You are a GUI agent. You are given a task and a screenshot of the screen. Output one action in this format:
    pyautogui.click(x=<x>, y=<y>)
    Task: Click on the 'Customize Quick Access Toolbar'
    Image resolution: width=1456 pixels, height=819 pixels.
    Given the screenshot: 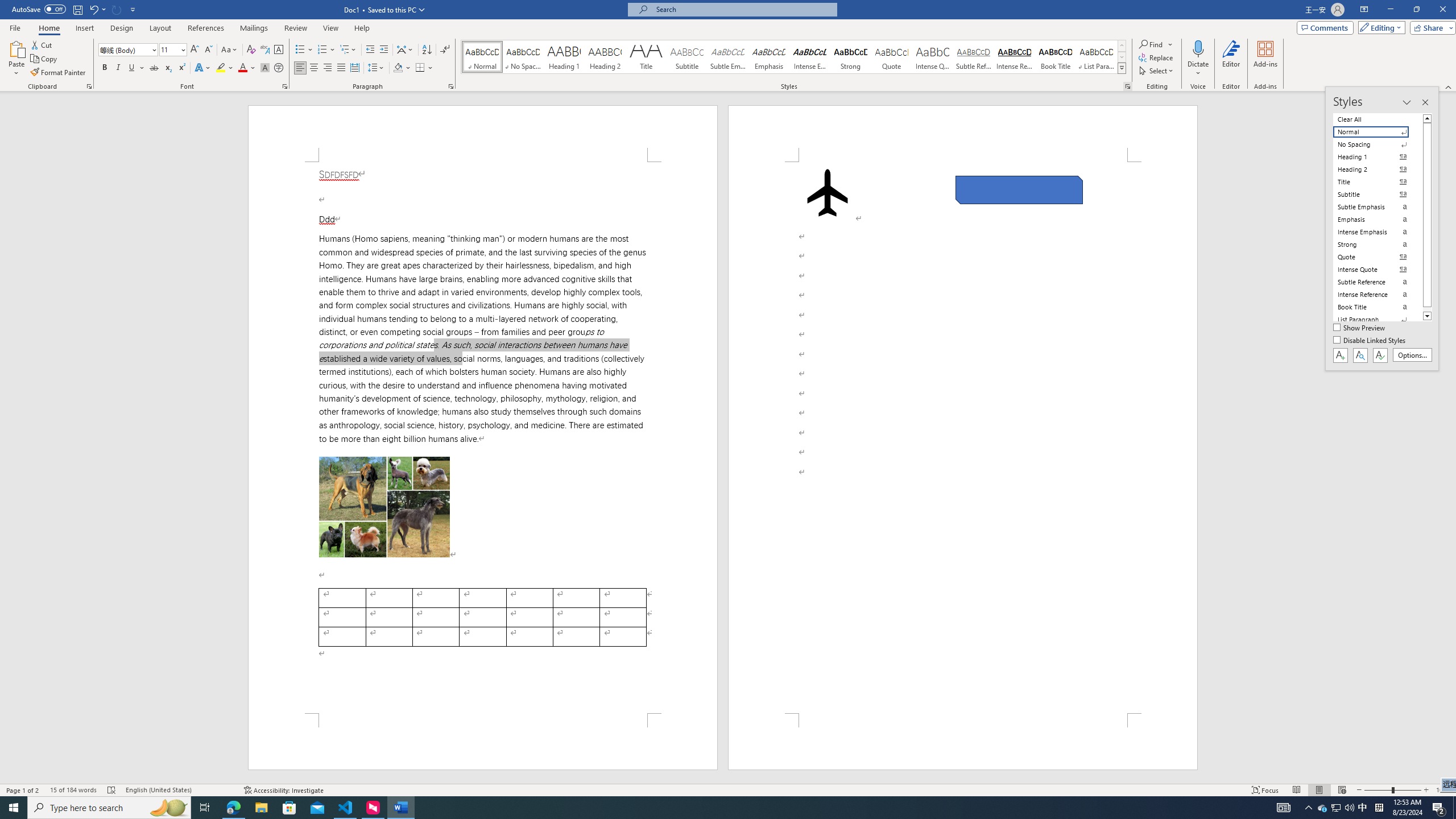 What is the action you would take?
    pyautogui.click(x=133, y=9)
    